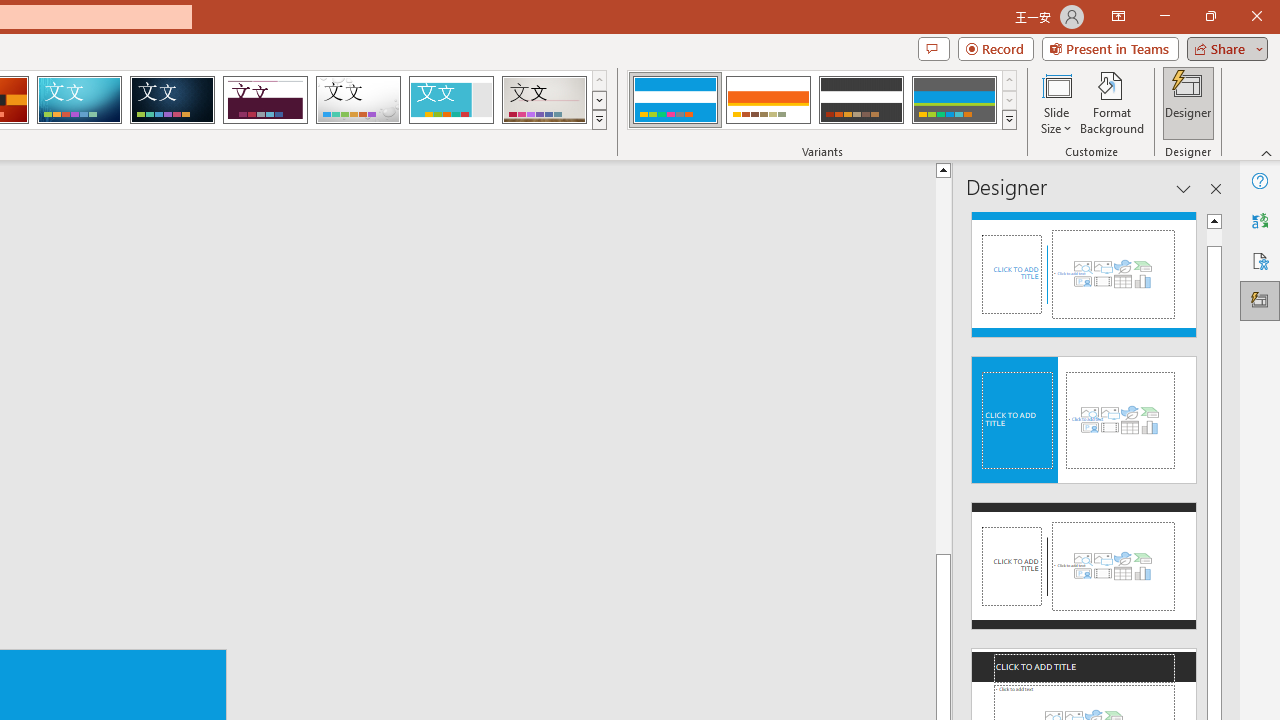 The width and height of the screenshot is (1280, 720). What do you see at coordinates (172, 100) in the screenshot?
I see `'Damask'` at bounding box center [172, 100].